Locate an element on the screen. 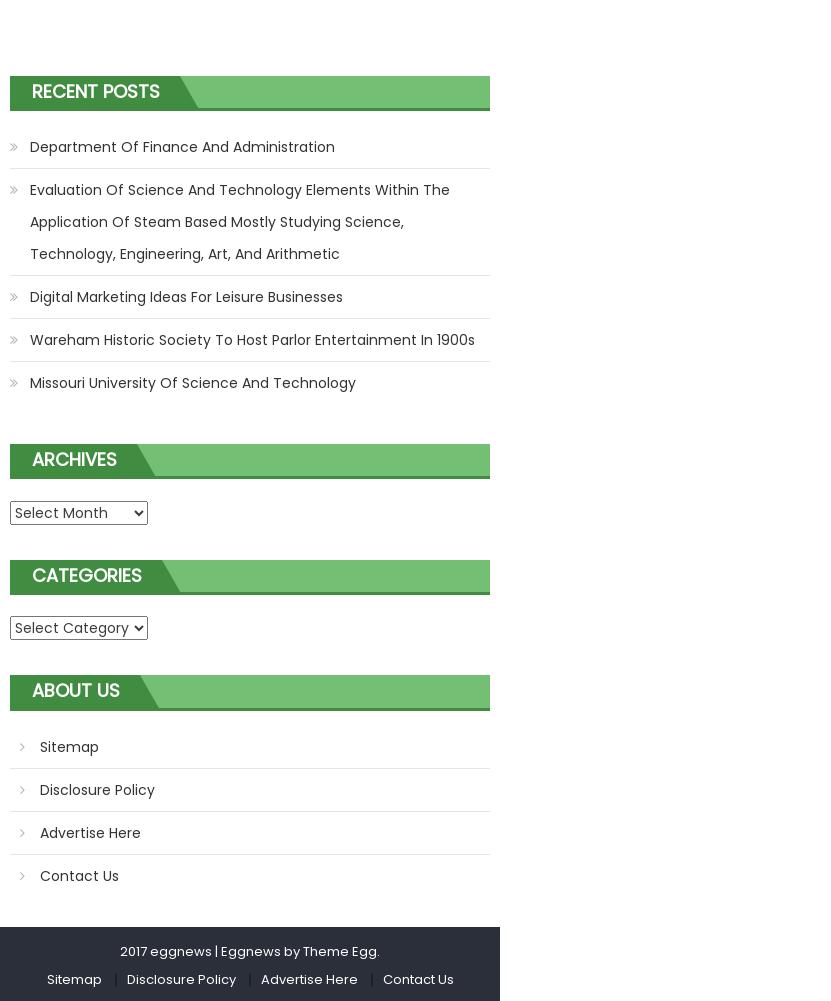 This screenshot has width=831, height=1001. '|' is located at coordinates (214, 949).